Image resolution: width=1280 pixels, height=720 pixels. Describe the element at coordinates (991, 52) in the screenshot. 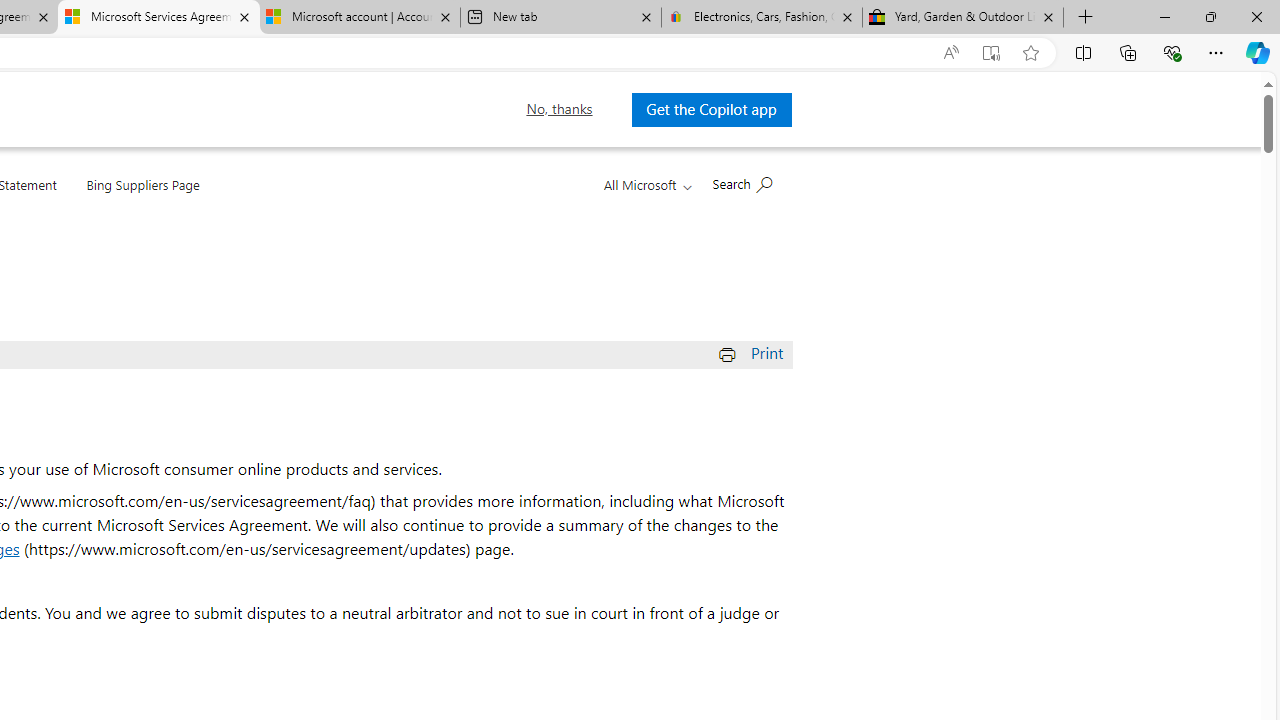

I see `'Enter Immersive Reader (F9)'` at that location.